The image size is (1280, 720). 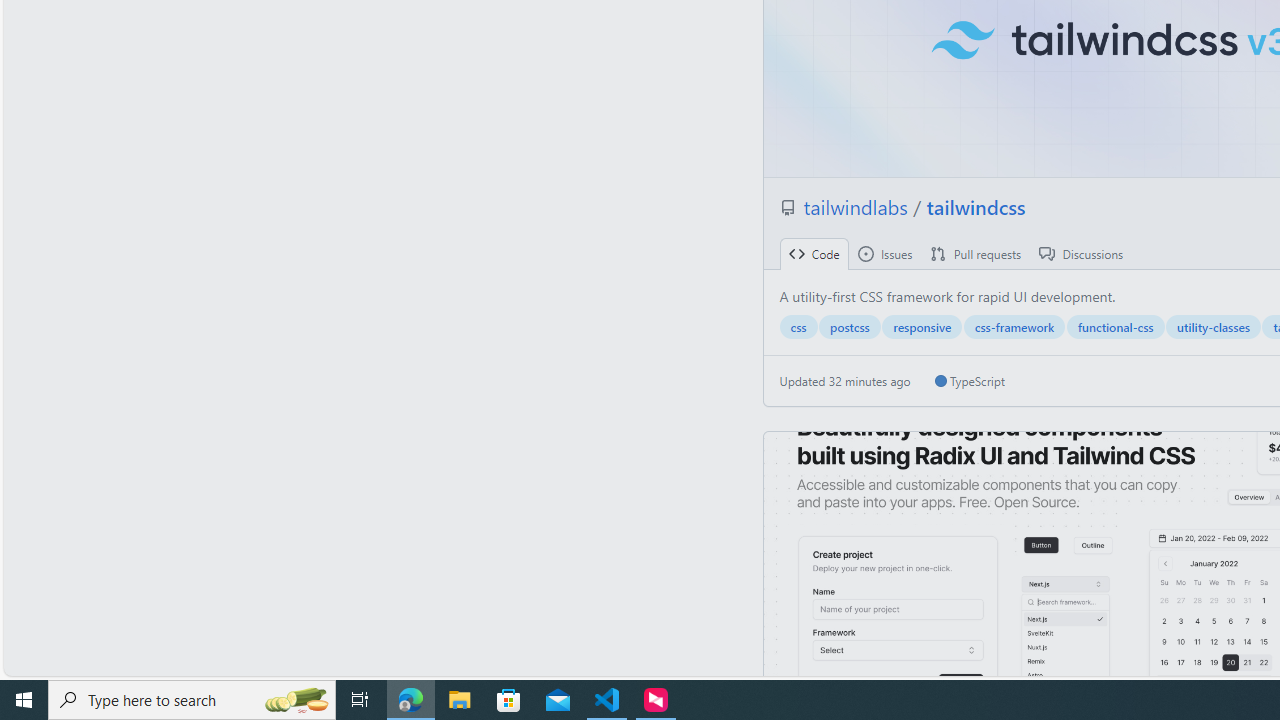 What do you see at coordinates (883, 253) in the screenshot?
I see `' Issues'` at bounding box center [883, 253].